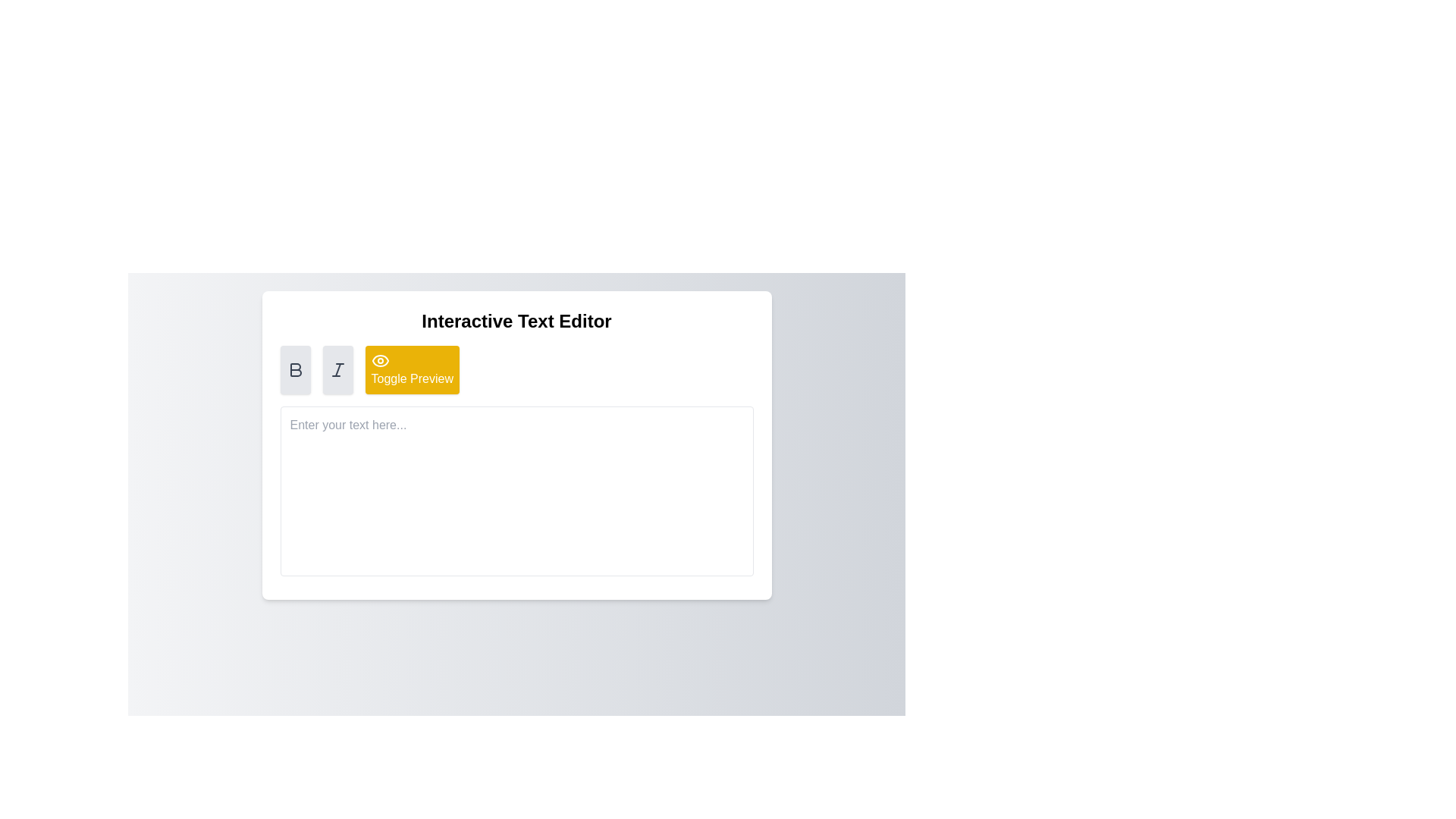 Image resolution: width=1456 pixels, height=819 pixels. Describe the element at coordinates (295, 370) in the screenshot. I see `the bold 'B' icon button located in the top-left section of the text editor` at that location.